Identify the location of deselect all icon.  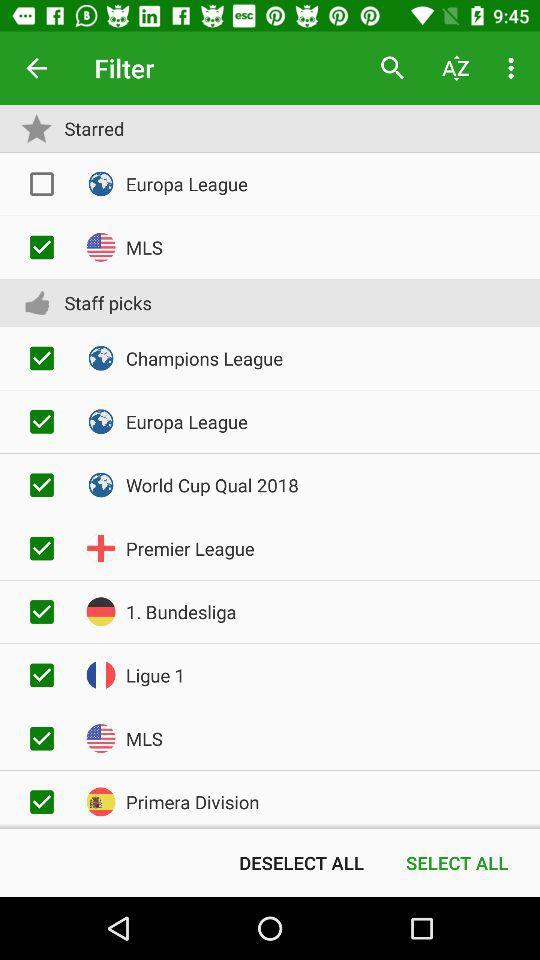
(300, 861).